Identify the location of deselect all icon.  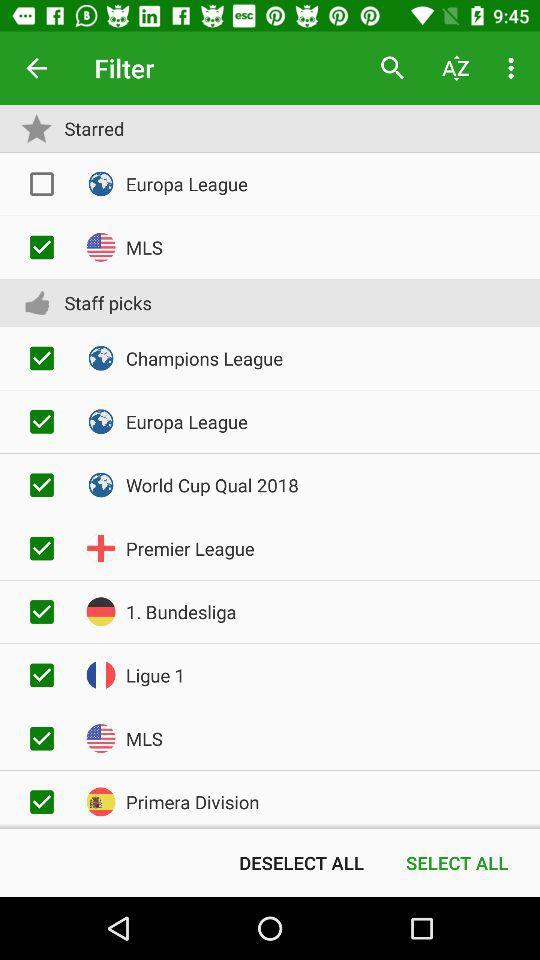
(300, 861).